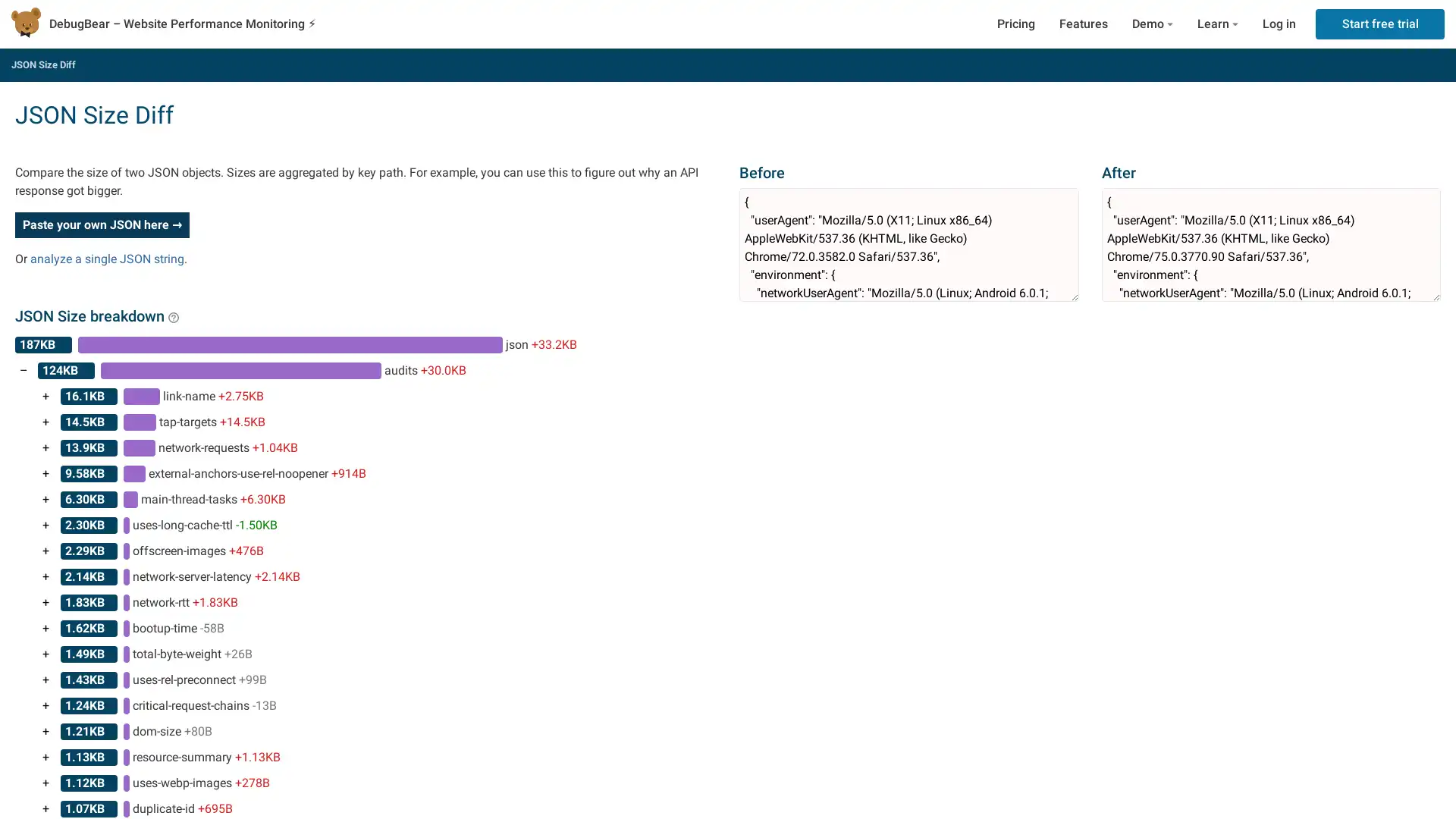 Image resolution: width=1456 pixels, height=819 pixels. I want to click on +, so click(45, 601).